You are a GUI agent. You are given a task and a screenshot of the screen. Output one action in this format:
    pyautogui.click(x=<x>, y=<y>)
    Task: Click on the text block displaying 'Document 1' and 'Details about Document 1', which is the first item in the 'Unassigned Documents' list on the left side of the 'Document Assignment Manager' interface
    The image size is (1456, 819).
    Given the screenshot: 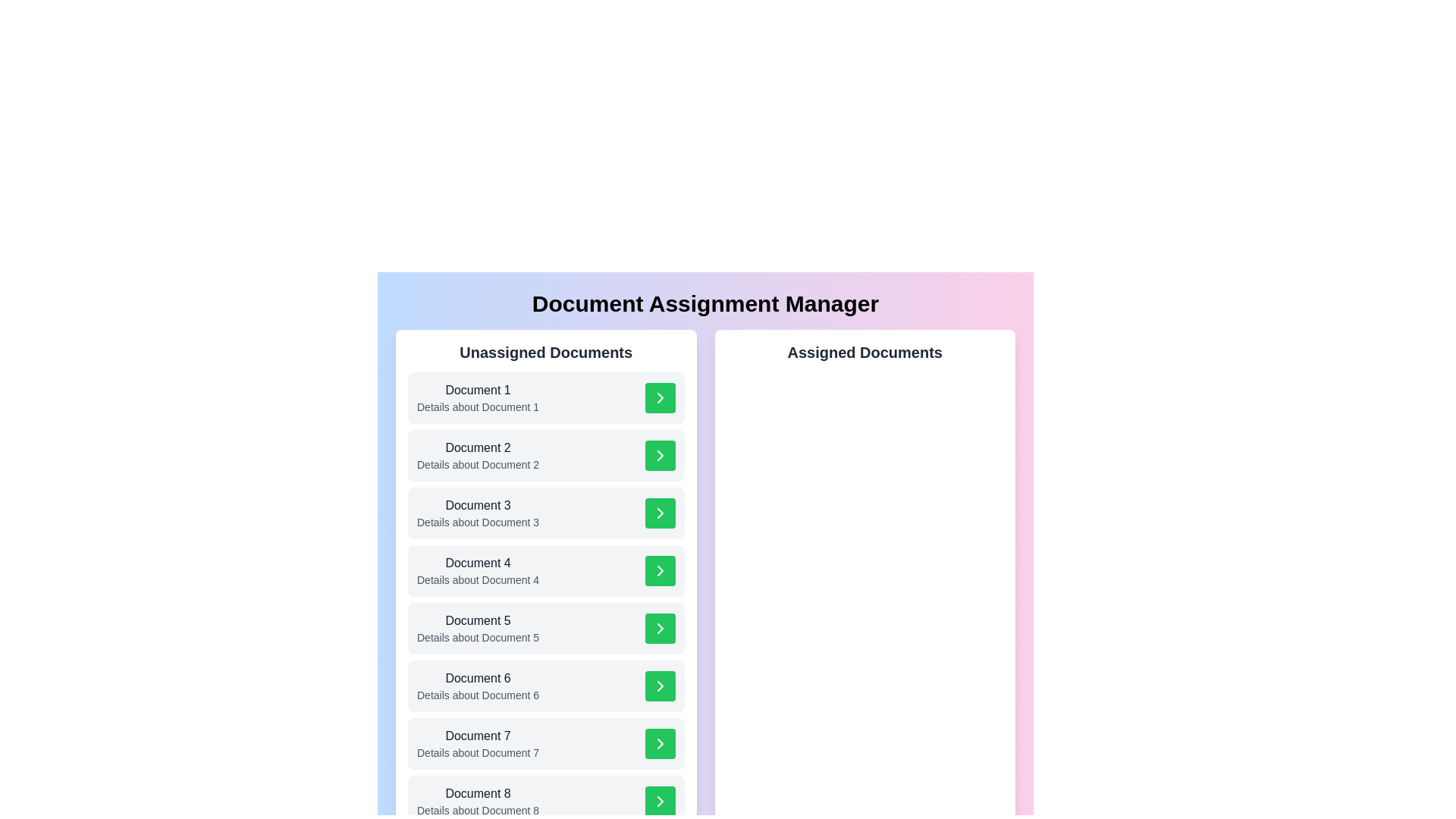 What is the action you would take?
    pyautogui.click(x=477, y=397)
    